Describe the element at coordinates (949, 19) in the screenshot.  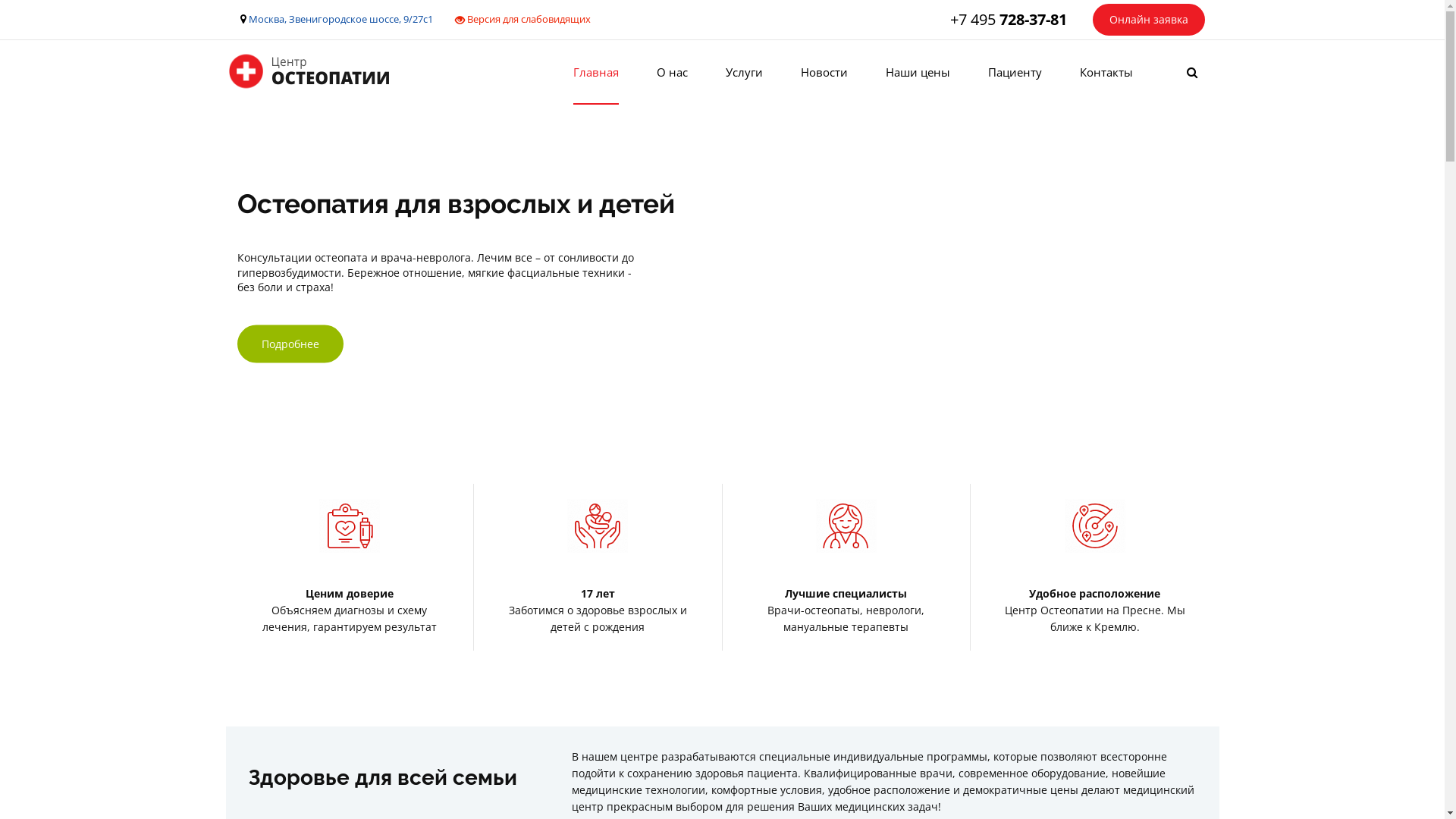
I see `'+7 495 728-37-81'` at that location.